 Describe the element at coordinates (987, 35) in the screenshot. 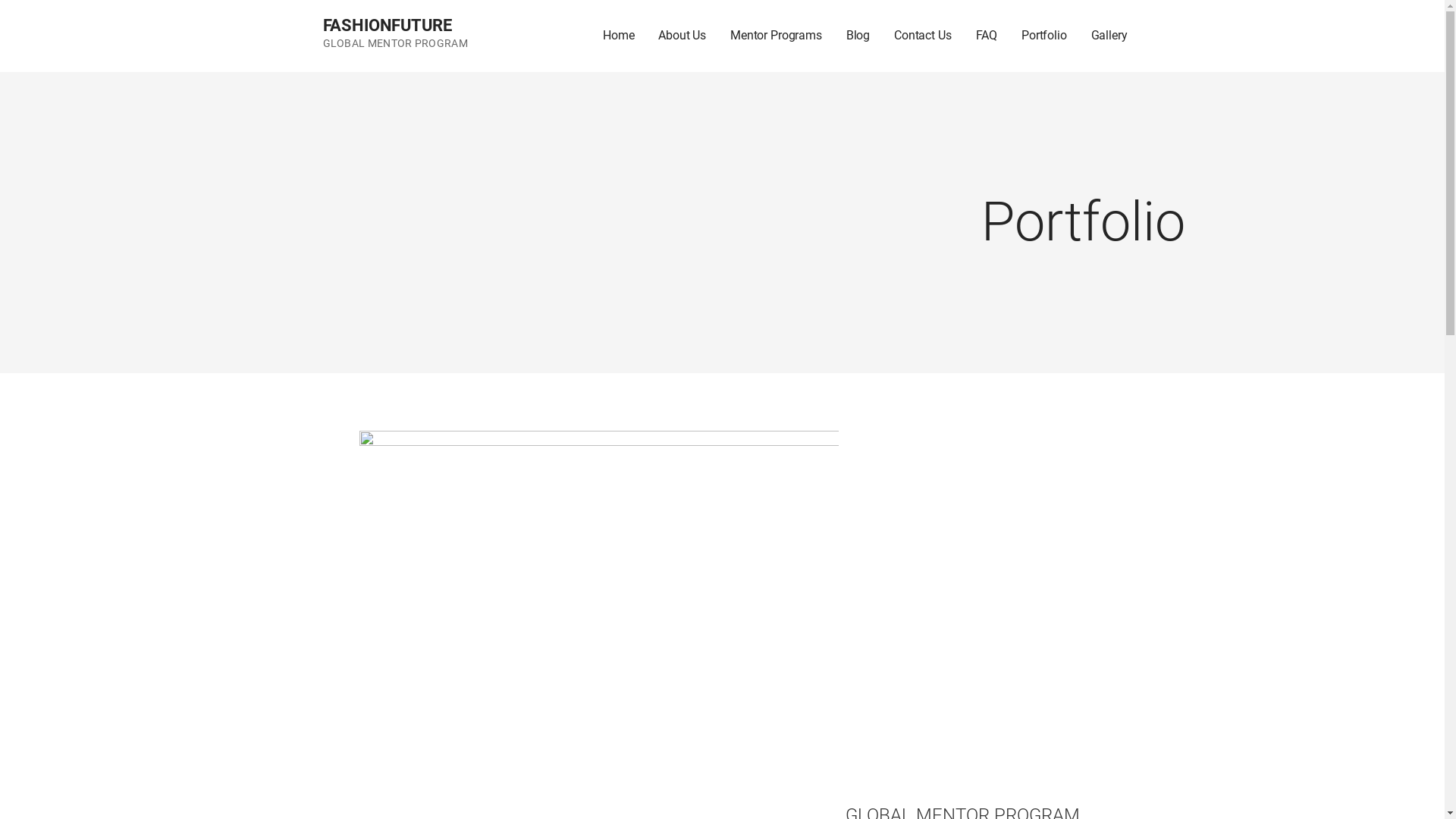

I see `'FAQ'` at that location.